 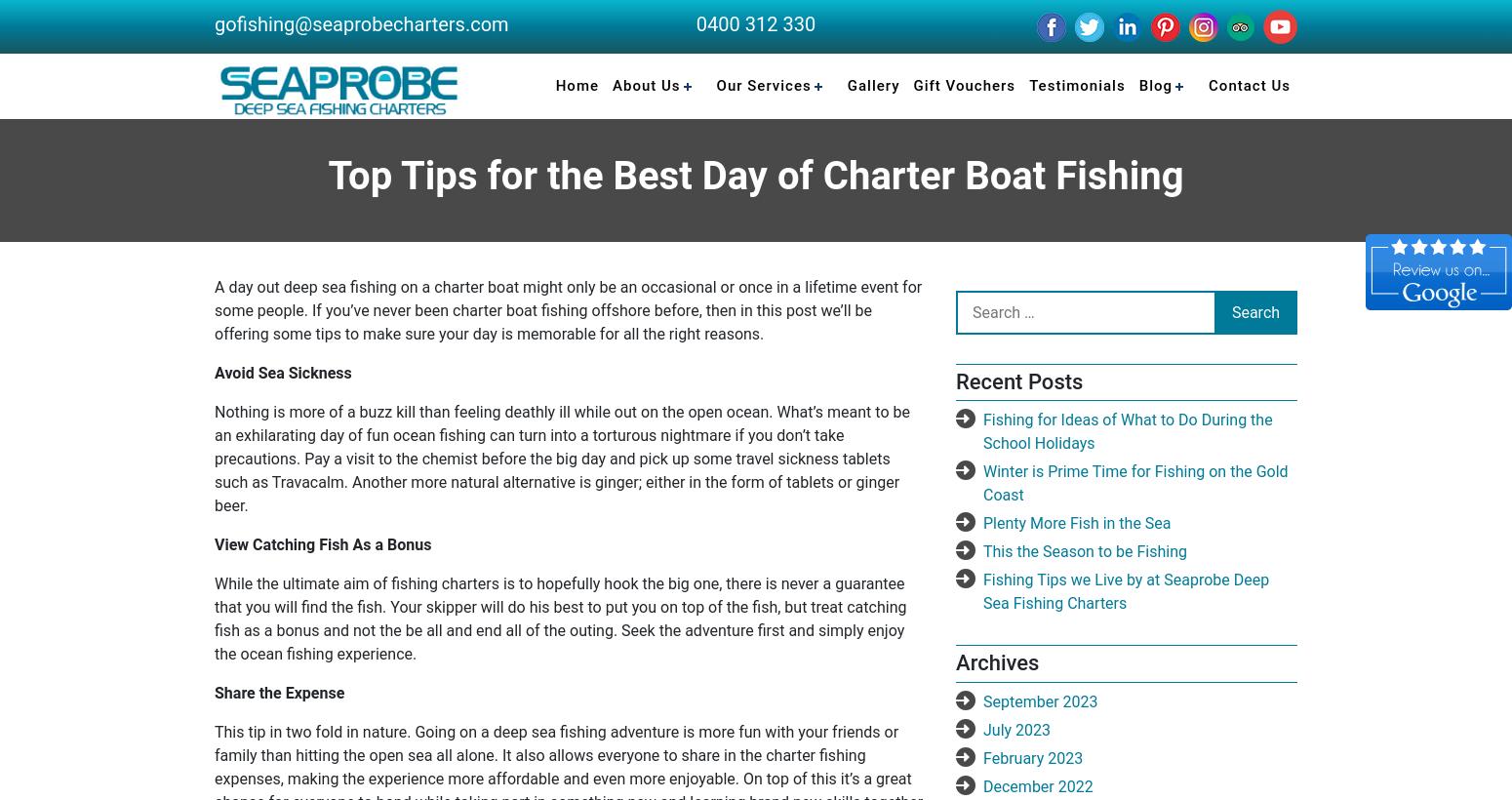 I want to click on 'Home', so click(x=577, y=85).